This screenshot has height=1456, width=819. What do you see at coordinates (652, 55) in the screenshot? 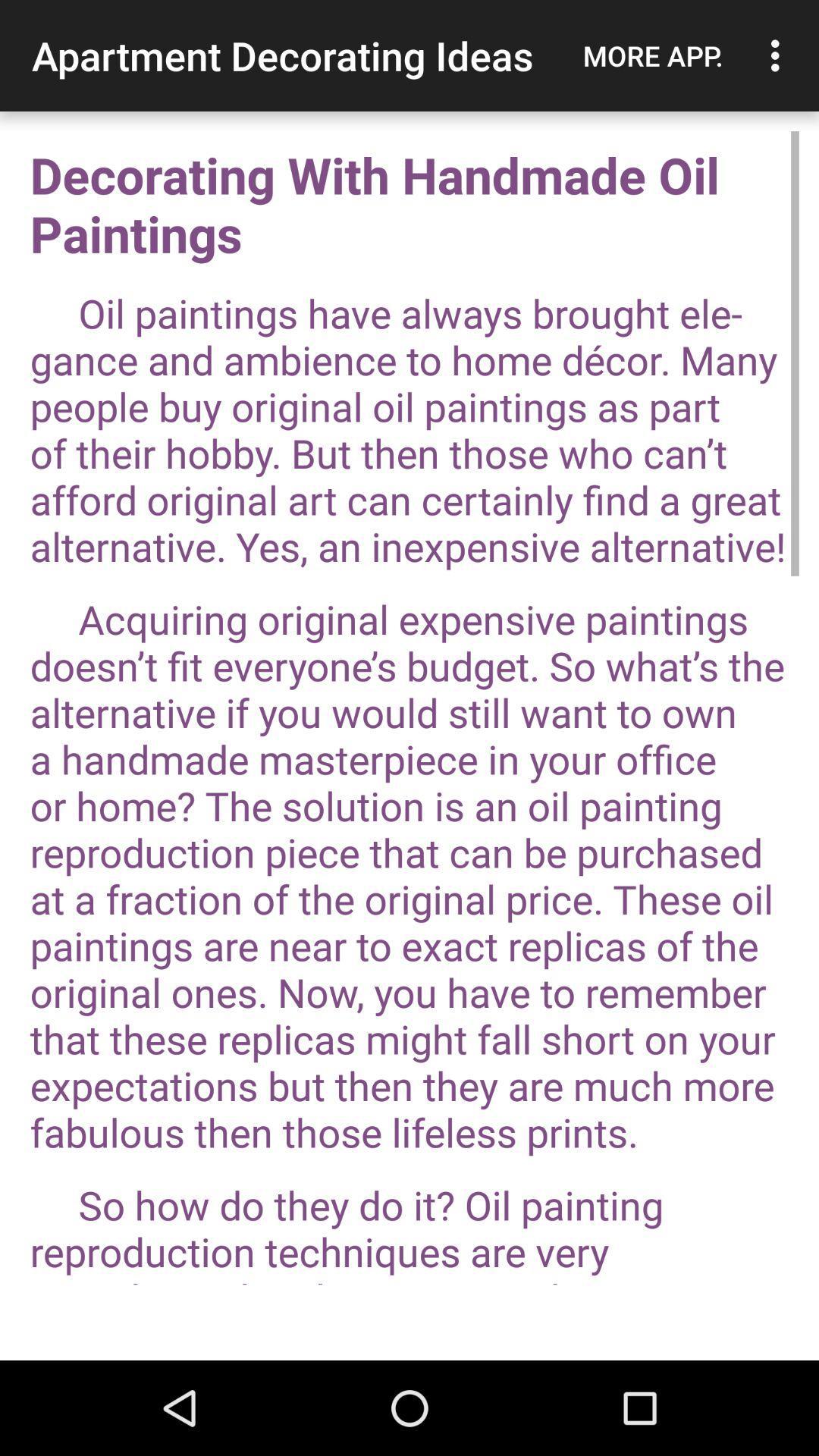
I see `item next to apartment decorating ideas item` at bounding box center [652, 55].